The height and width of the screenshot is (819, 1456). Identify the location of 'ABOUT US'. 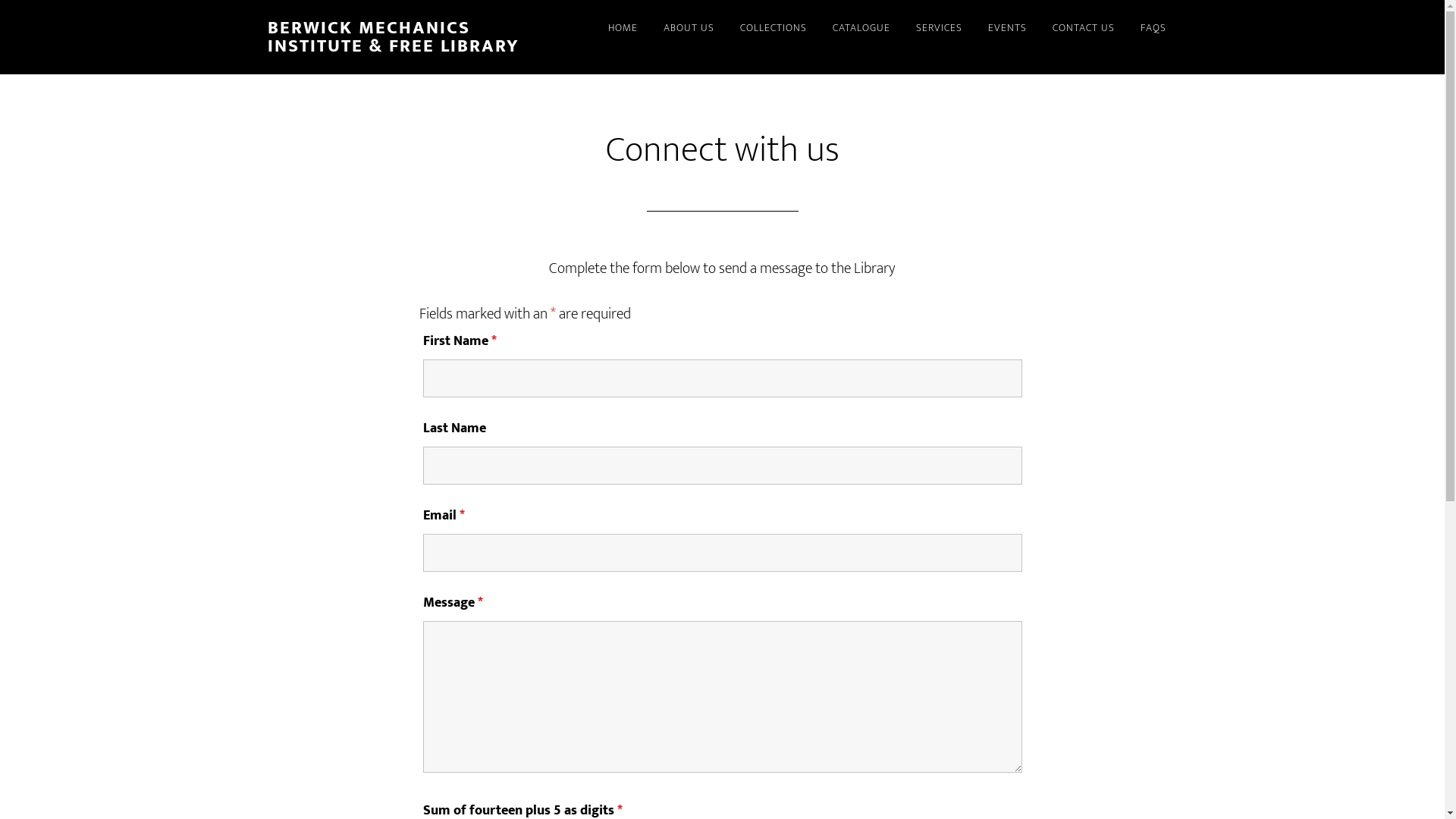
(688, 29).